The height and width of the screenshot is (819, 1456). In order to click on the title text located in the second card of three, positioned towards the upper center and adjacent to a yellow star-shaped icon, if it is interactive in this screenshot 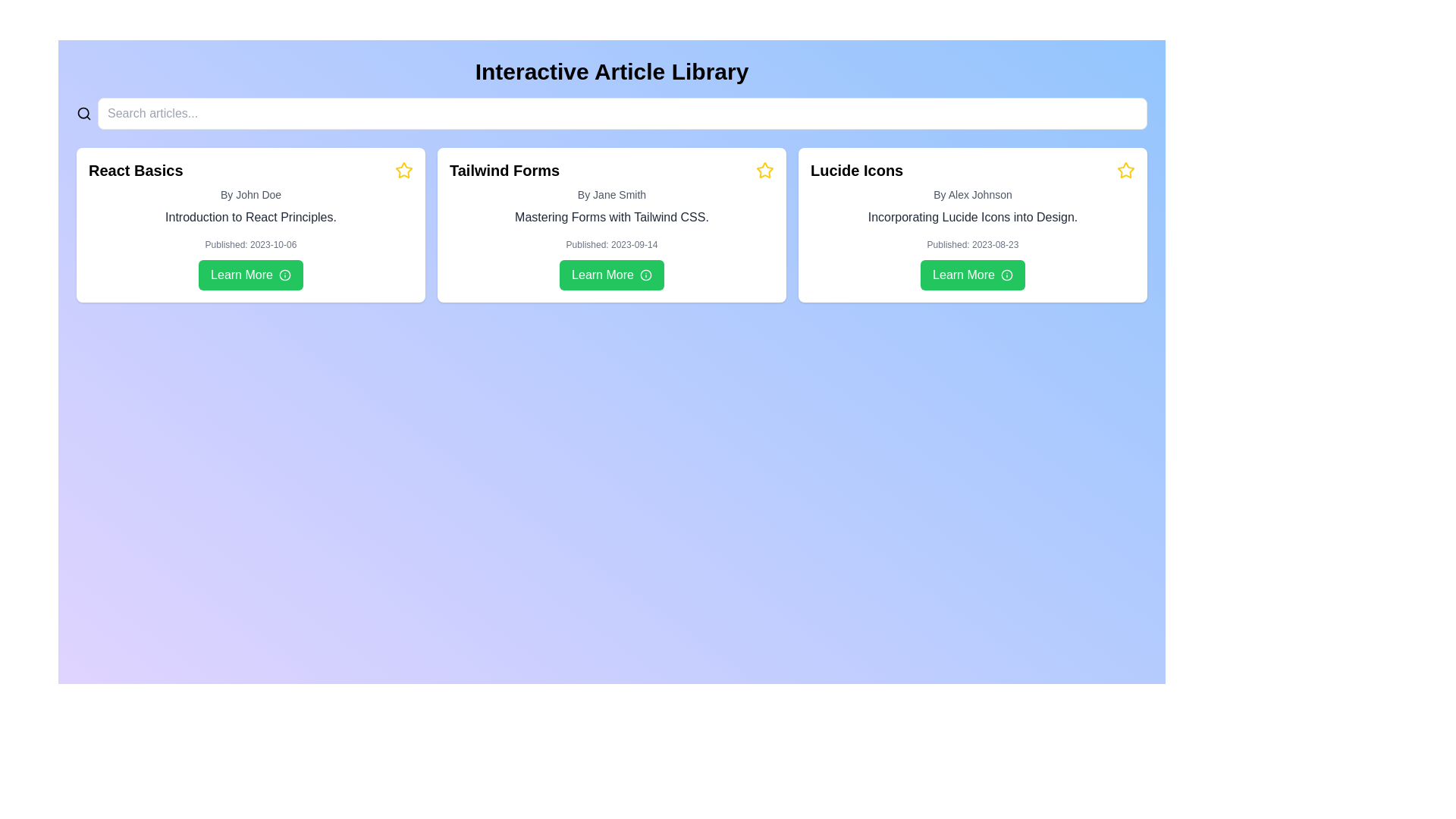, I will do `click(504, 170)`.